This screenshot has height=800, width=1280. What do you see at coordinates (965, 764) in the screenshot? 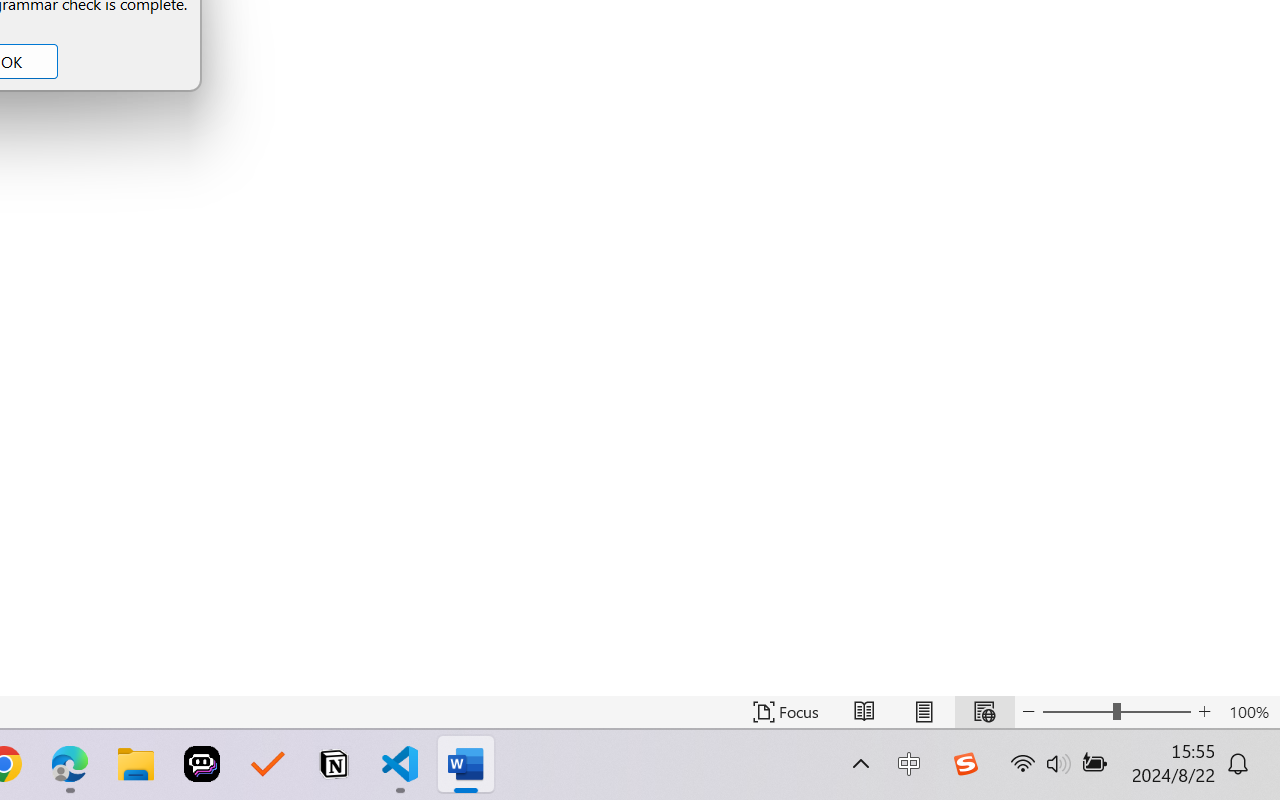
I see `'Class: Image'` at bounding box center [965, 764].